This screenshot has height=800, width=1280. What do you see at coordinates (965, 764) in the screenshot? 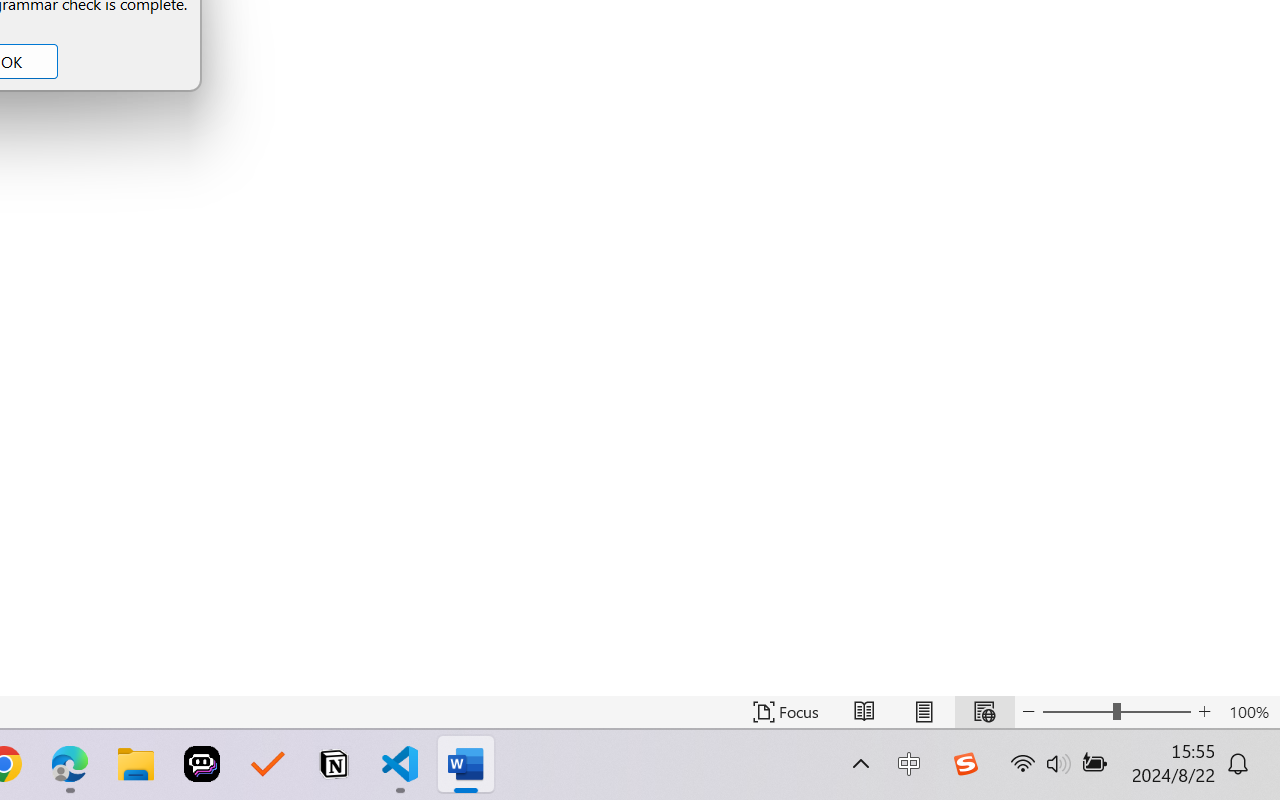
I see `'Class: Image'` at bounding box center [965, 764].